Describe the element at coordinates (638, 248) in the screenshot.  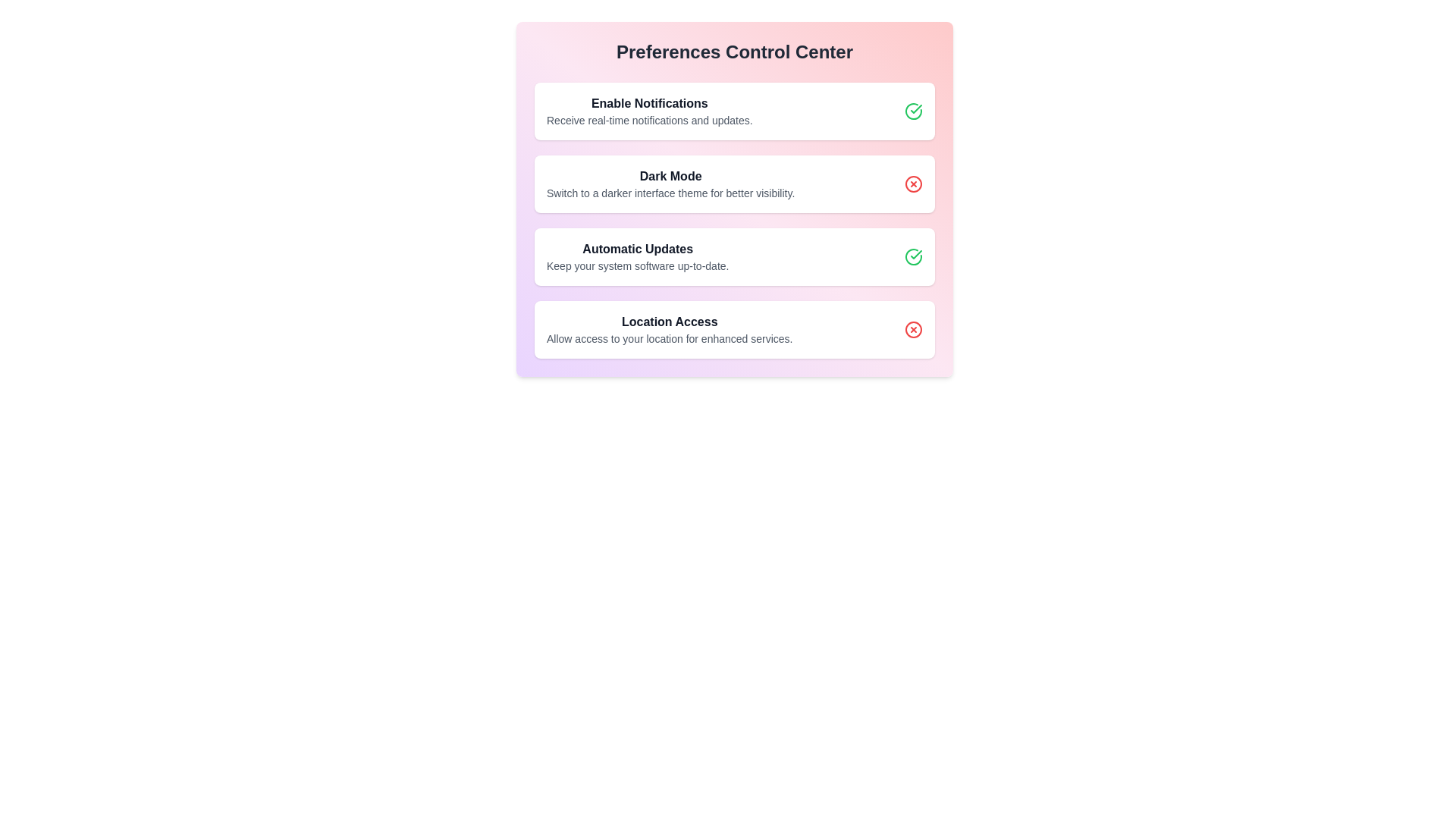
I see `the Text label that serves as the title or heading for a specific feature in the settings menu, located above the descriptive text 'Keep your system software up-to-date.'` at that location.